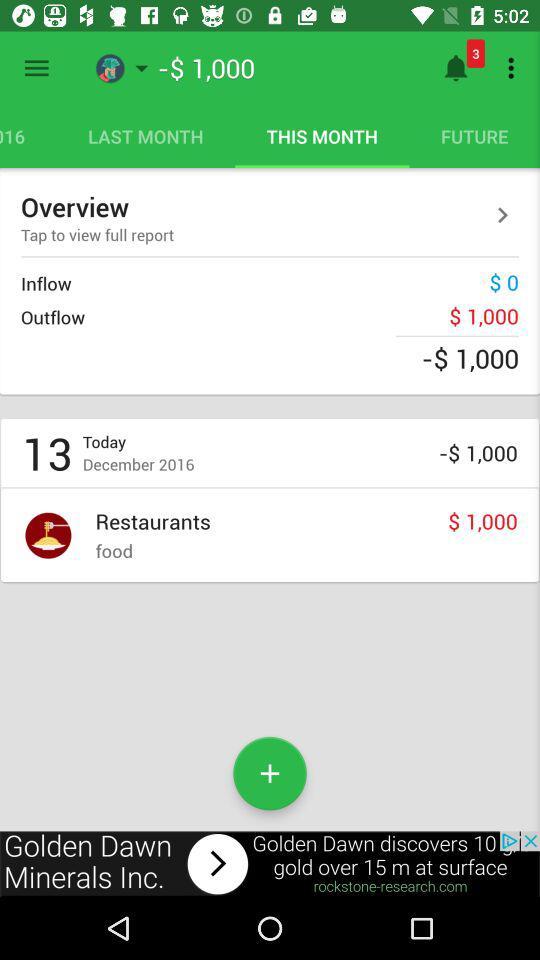 The image size is (540, 960). What do you see at coordinates (502, 215) in the screenshot?
I see `next button` at bounding box center [502, 215].